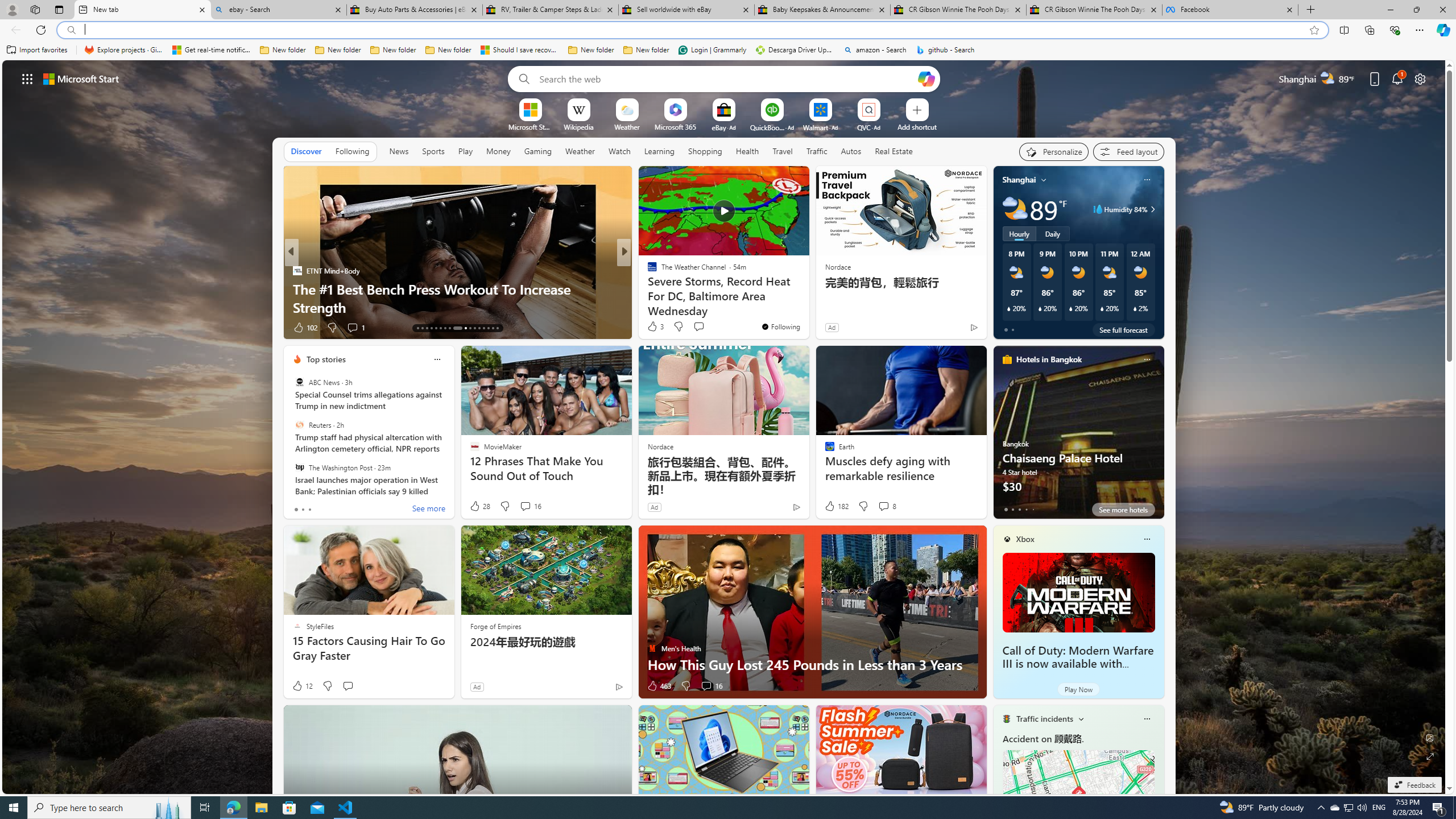  I want to click on 'Class: weather-current-precipitation-glyph', so click(1134, 308).